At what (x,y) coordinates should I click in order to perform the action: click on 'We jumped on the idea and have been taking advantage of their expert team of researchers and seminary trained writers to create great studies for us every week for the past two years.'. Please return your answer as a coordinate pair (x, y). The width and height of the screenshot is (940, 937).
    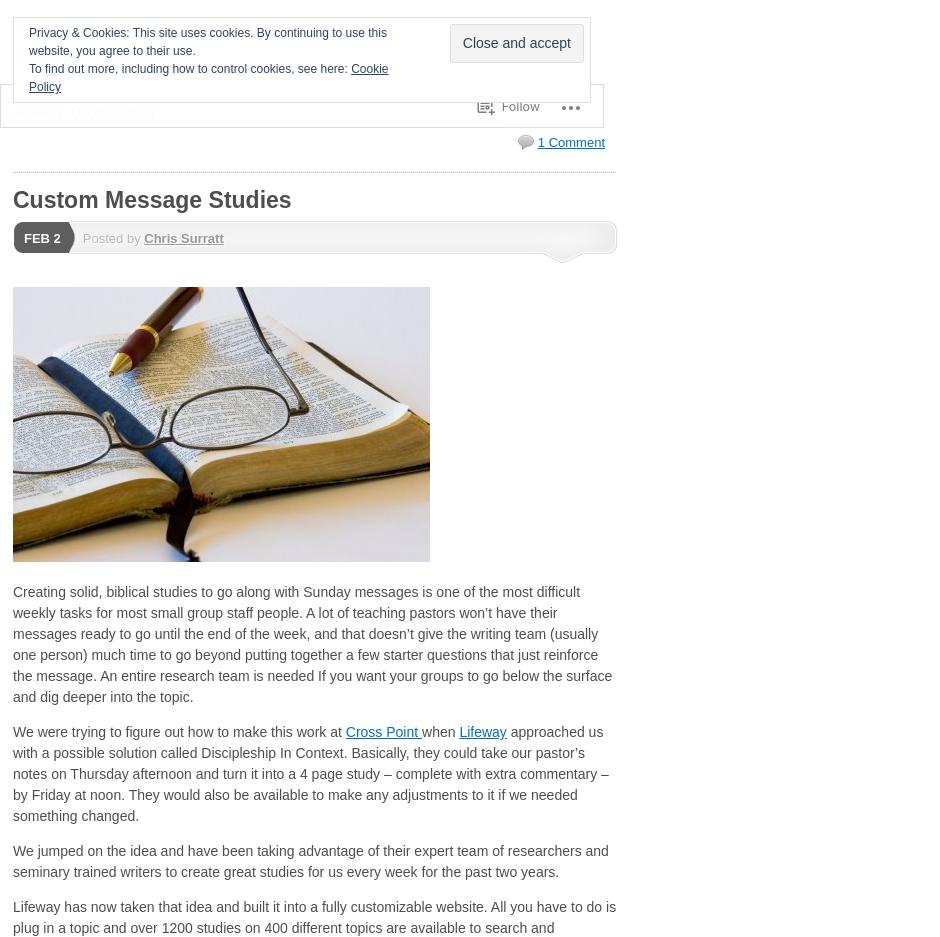
    Looking at the image, I should click on (12, 861).